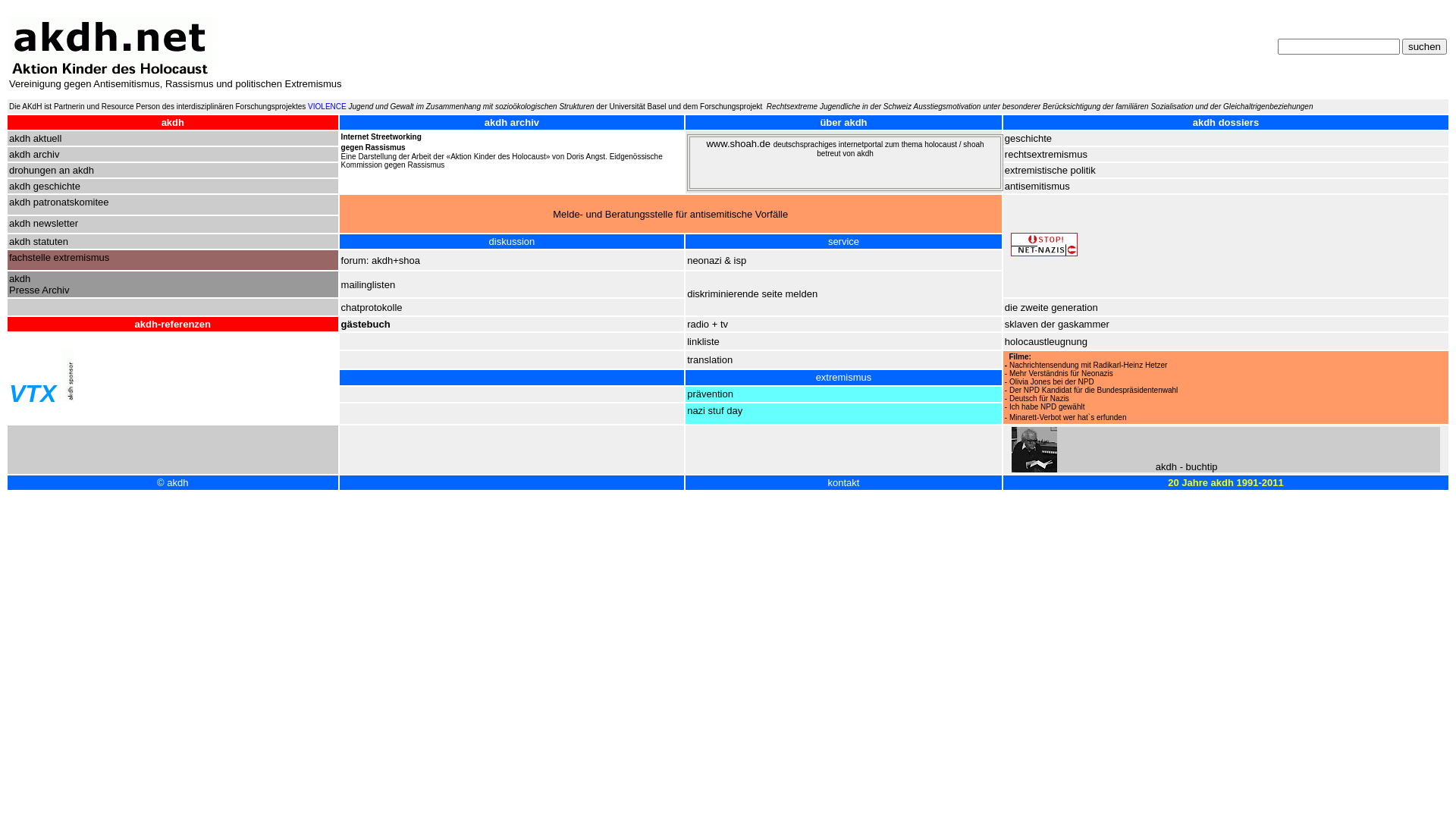 This screenshot has width=1456, height=819. Describe the element at coordinates (1028, 138) in the screenshot. I see `'geschichte'` at that location.